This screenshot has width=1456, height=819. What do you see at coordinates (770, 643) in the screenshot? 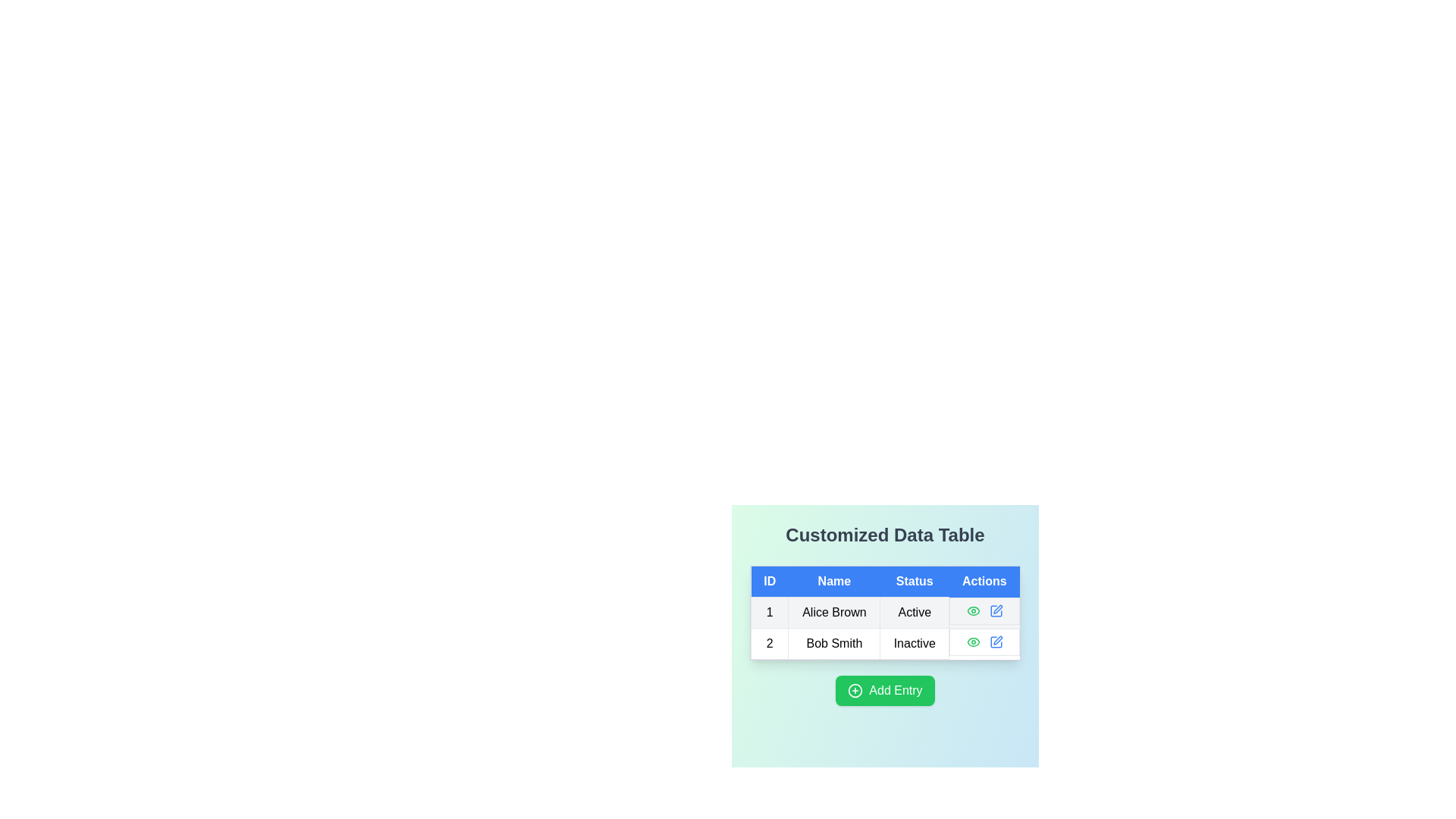
I see `the Text cell in the second row and first column of the table, which displays the unique identifier for the row containing 'Bob Smith' and 'Inactive'` at bounding box center [770, 643].